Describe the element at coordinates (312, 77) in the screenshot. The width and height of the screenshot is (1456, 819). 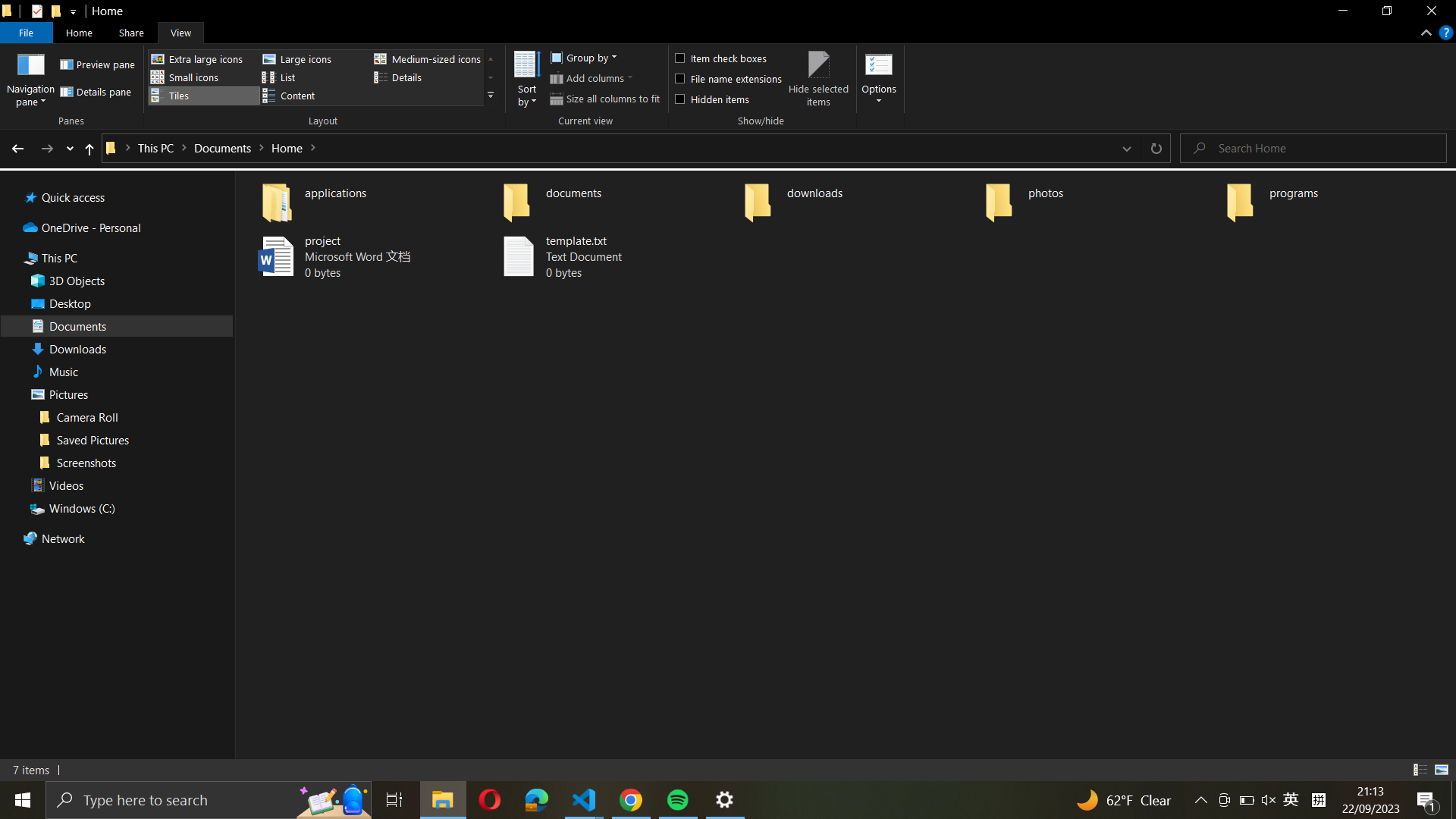
I see `Turn the folder view into listing format` at that location.